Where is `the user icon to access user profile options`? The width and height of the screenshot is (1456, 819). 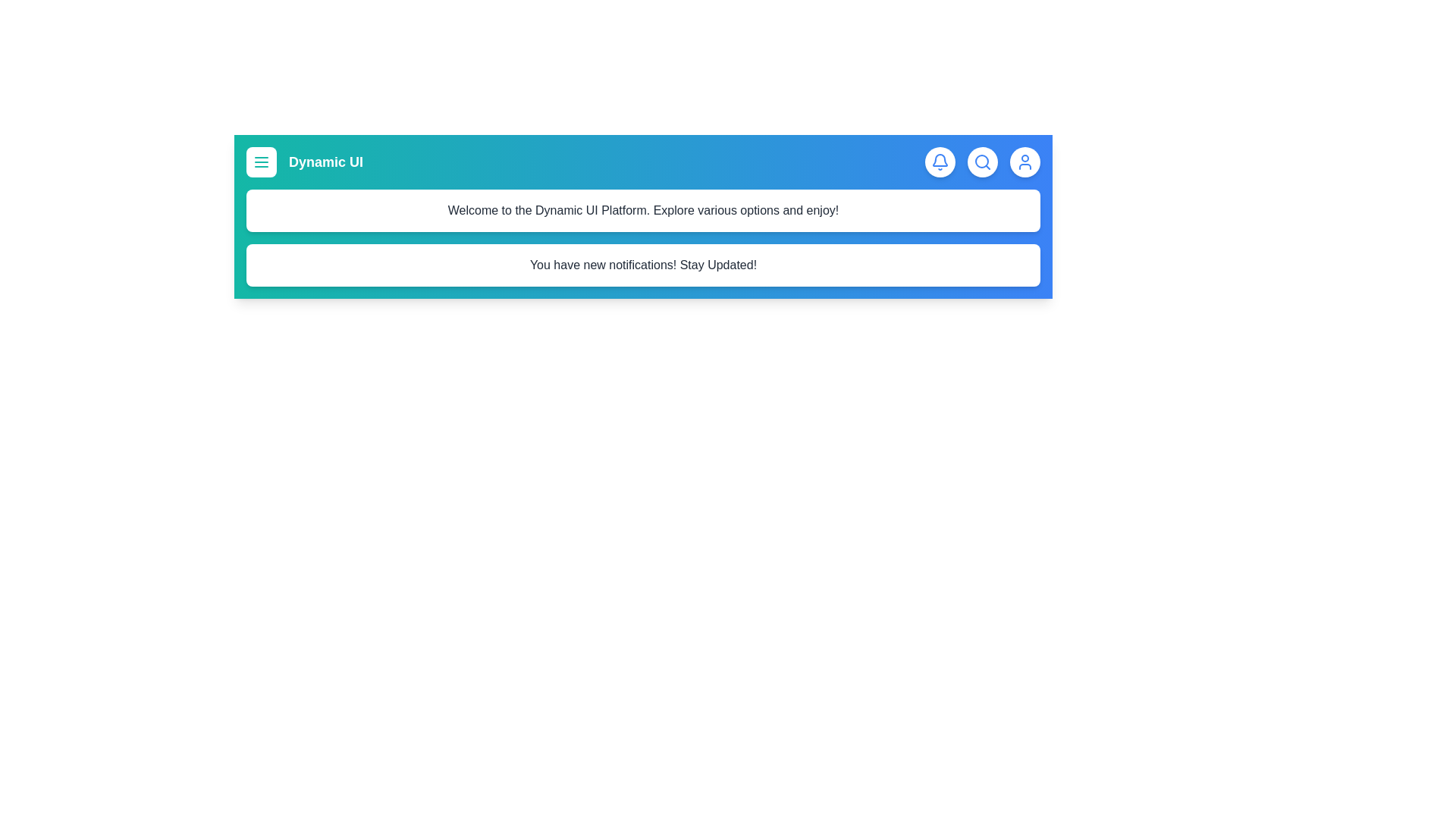 the user icon to access user profile options is located at coordinates (1025, 162).